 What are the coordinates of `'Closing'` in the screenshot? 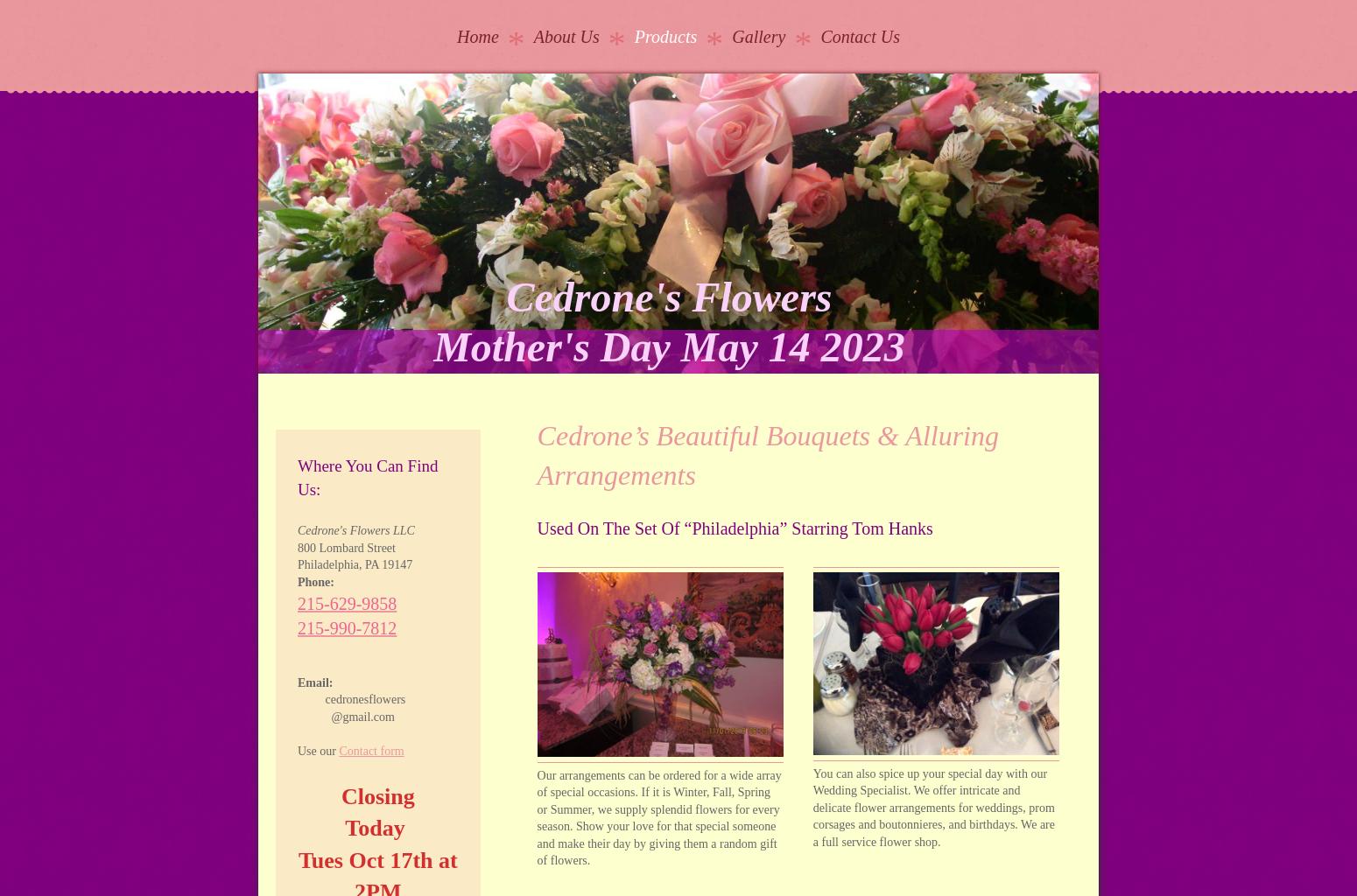 It's located at (377, 794).